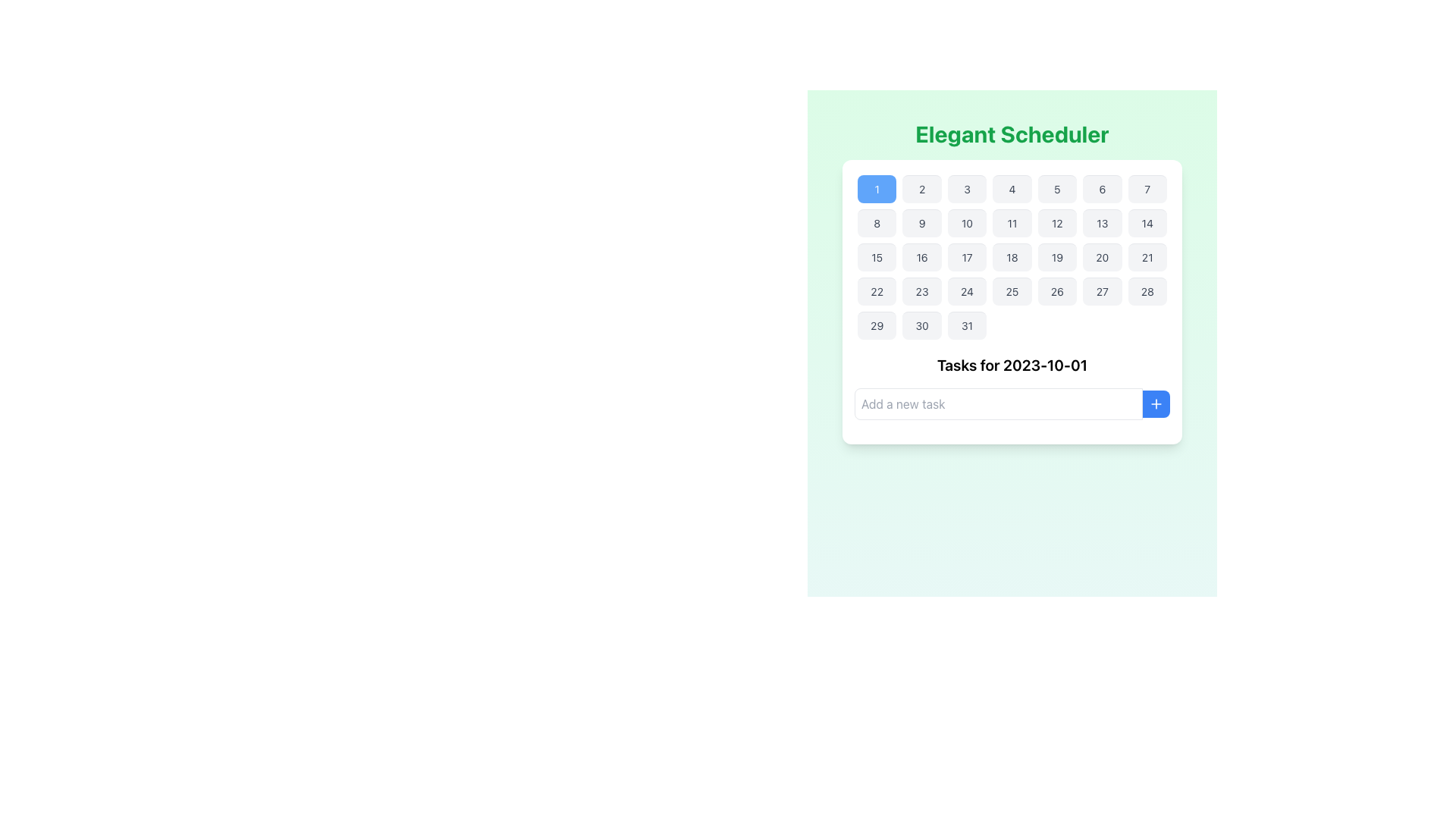  What do you see at coordinates (877, 325) in the screenshot?
I see `the small square button with the number '29' centered in dark gray text for potential range selection` at bounding box center [877, 325].